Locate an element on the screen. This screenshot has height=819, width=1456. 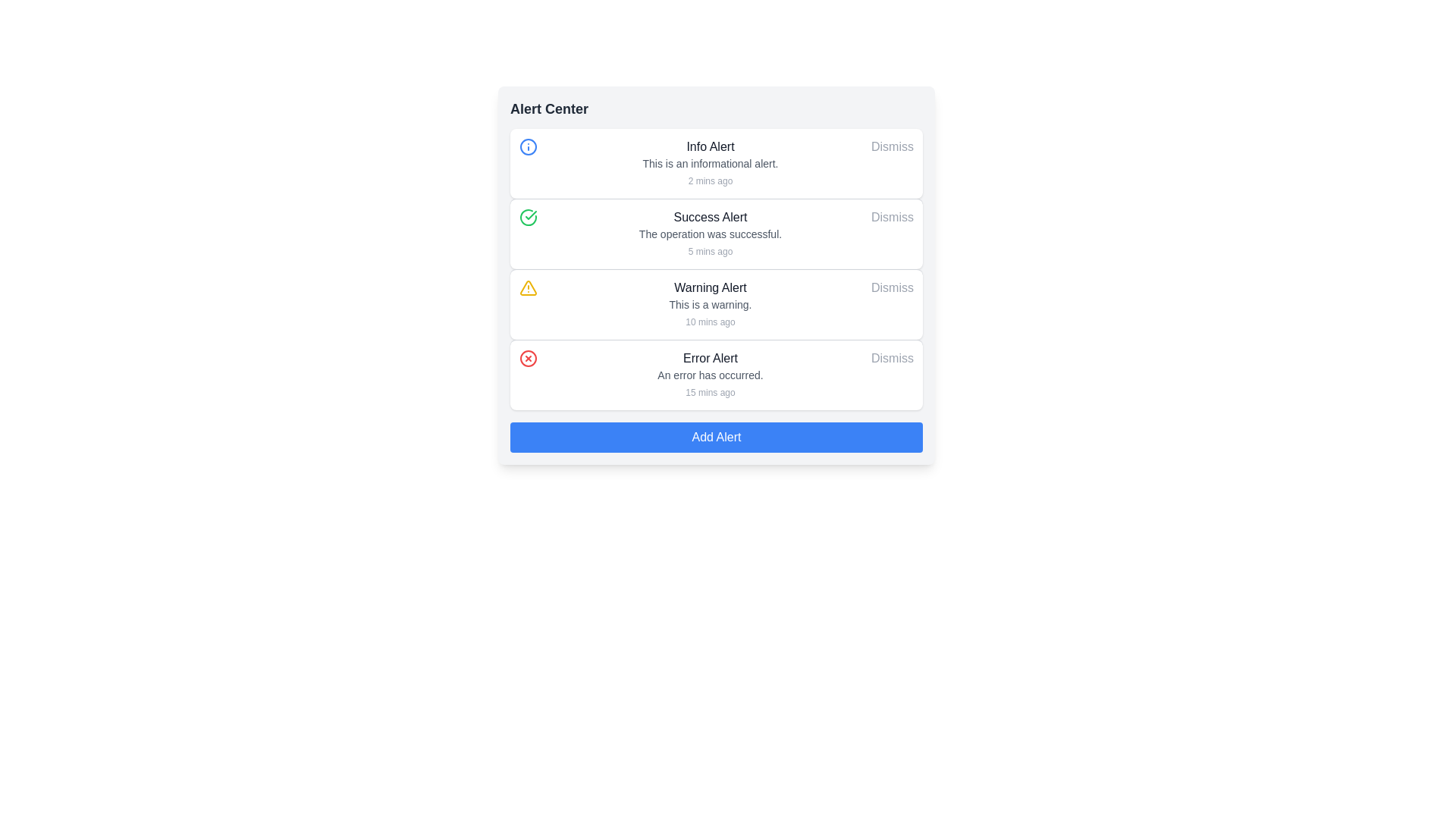
the static text label that indicates the relative time of the event associated with the 'Warning Alert' notification, located beneath 'This is a warning.' in the 'Warning Alert' section is located at coordinates (709, 321).